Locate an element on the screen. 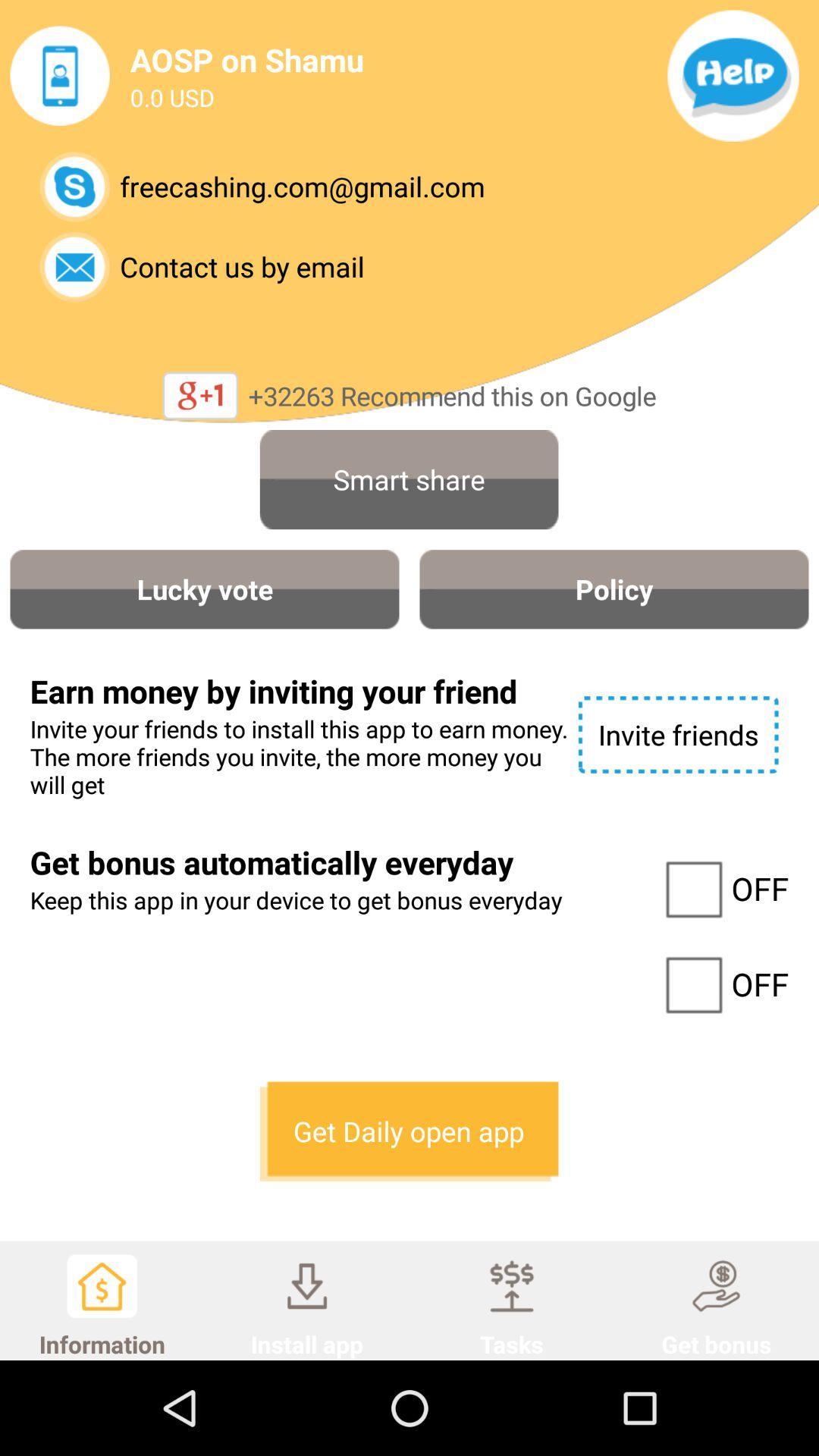  gmail.opening button is located at coordinates (74, 186).